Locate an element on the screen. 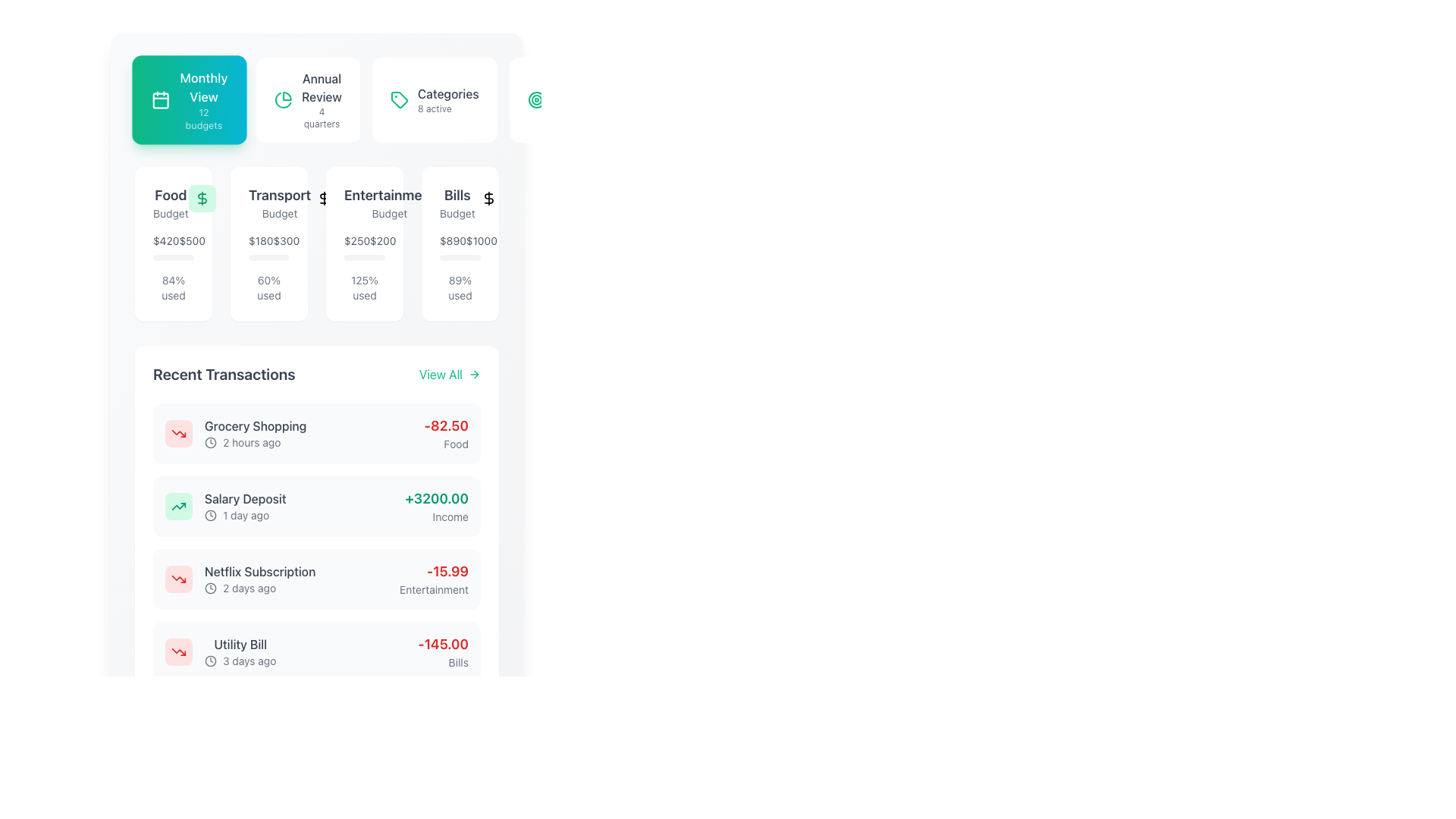  the descriptive text label categorizing the utility bill payment transaction located directly below the monetary amount '-145.00' in the 'Recent Transactions' section is located at coordinates (442, 662).